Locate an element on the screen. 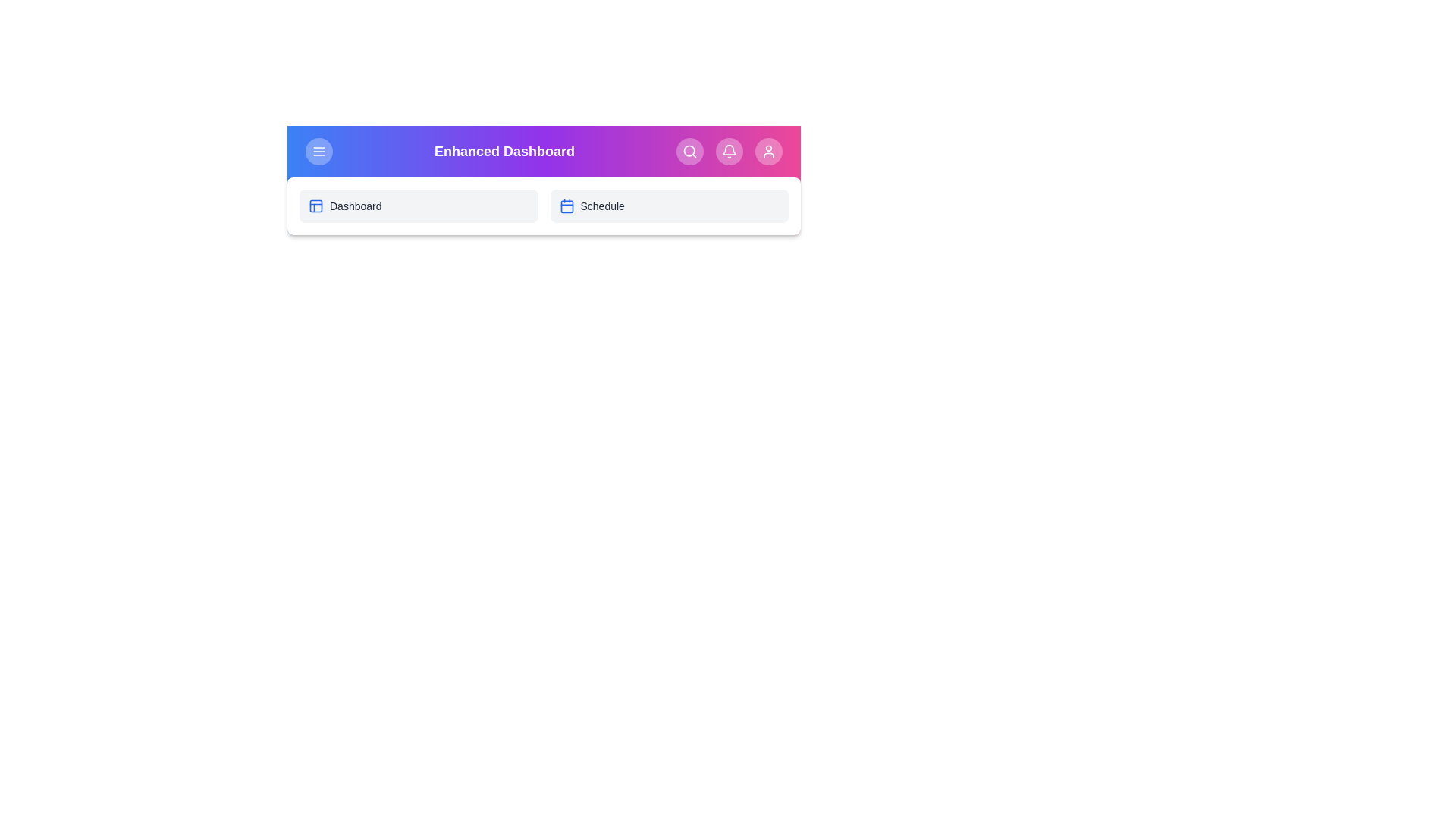  the Notifications button in the app bar is located at coordinates (729, 152).